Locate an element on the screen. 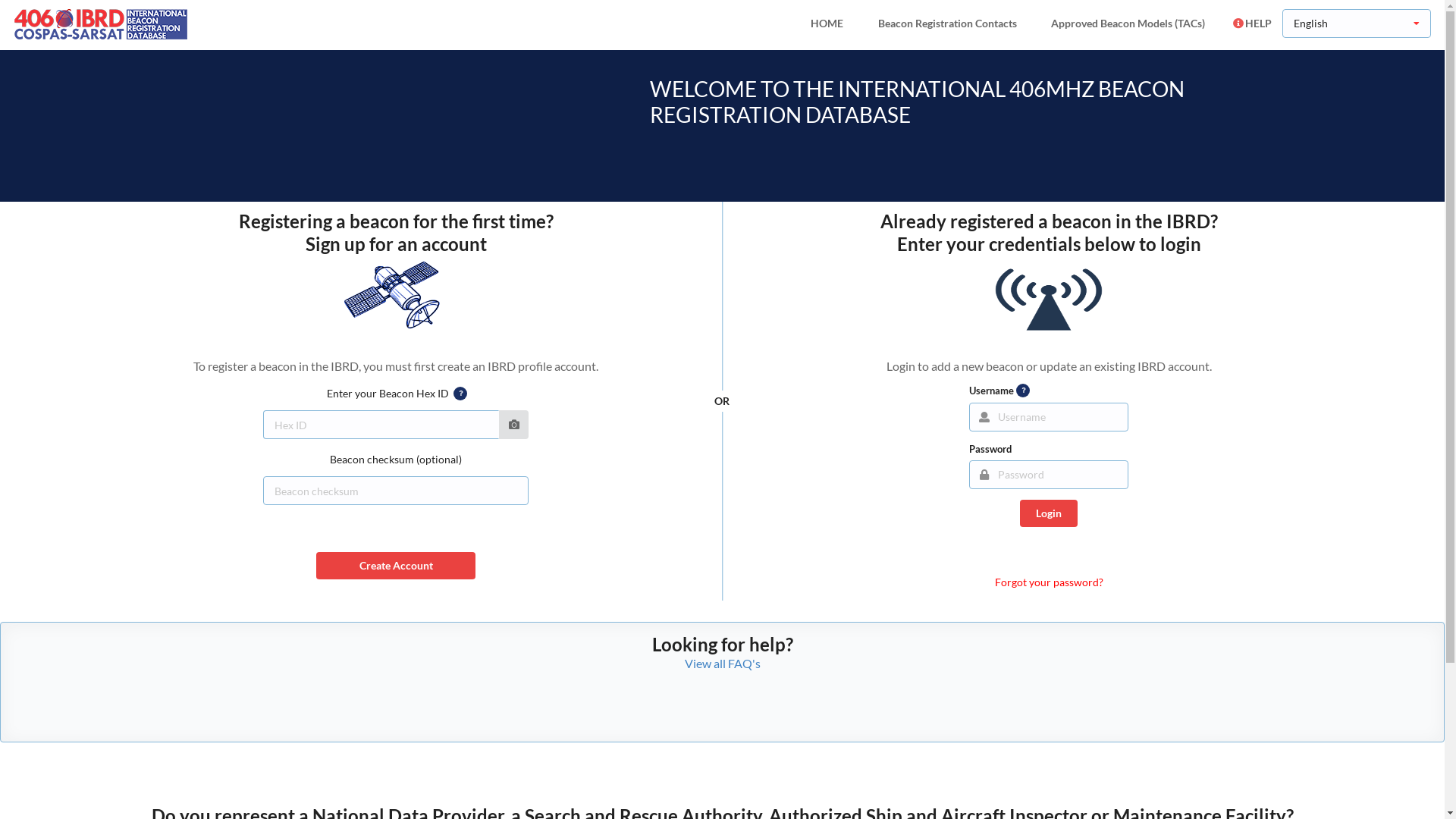 The width and height of the screenshot is (1456, 819). 'Forgot your password?' is located at coordinates (994, 581).